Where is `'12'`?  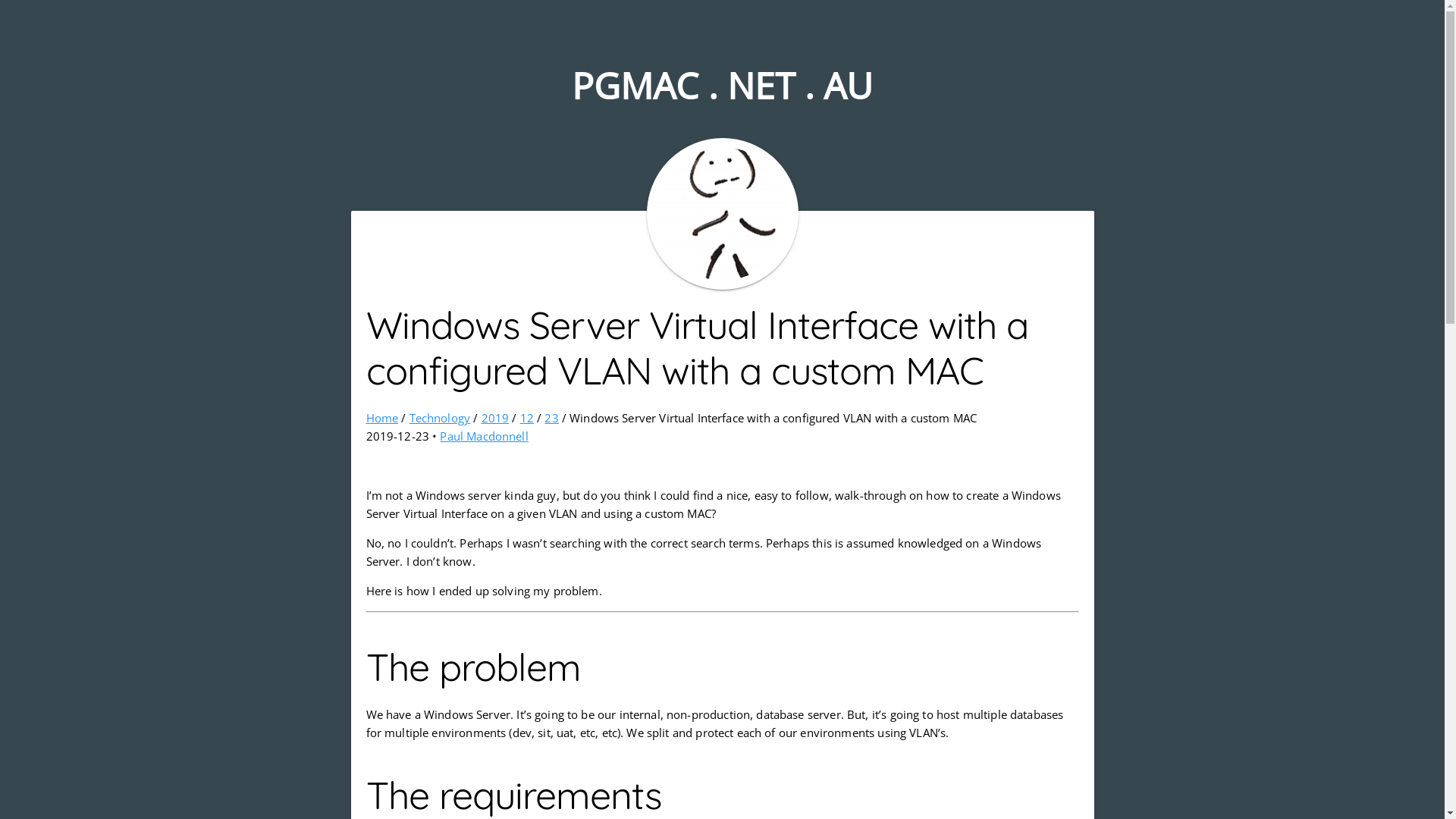 '12' is located at coordinates (520, 418).